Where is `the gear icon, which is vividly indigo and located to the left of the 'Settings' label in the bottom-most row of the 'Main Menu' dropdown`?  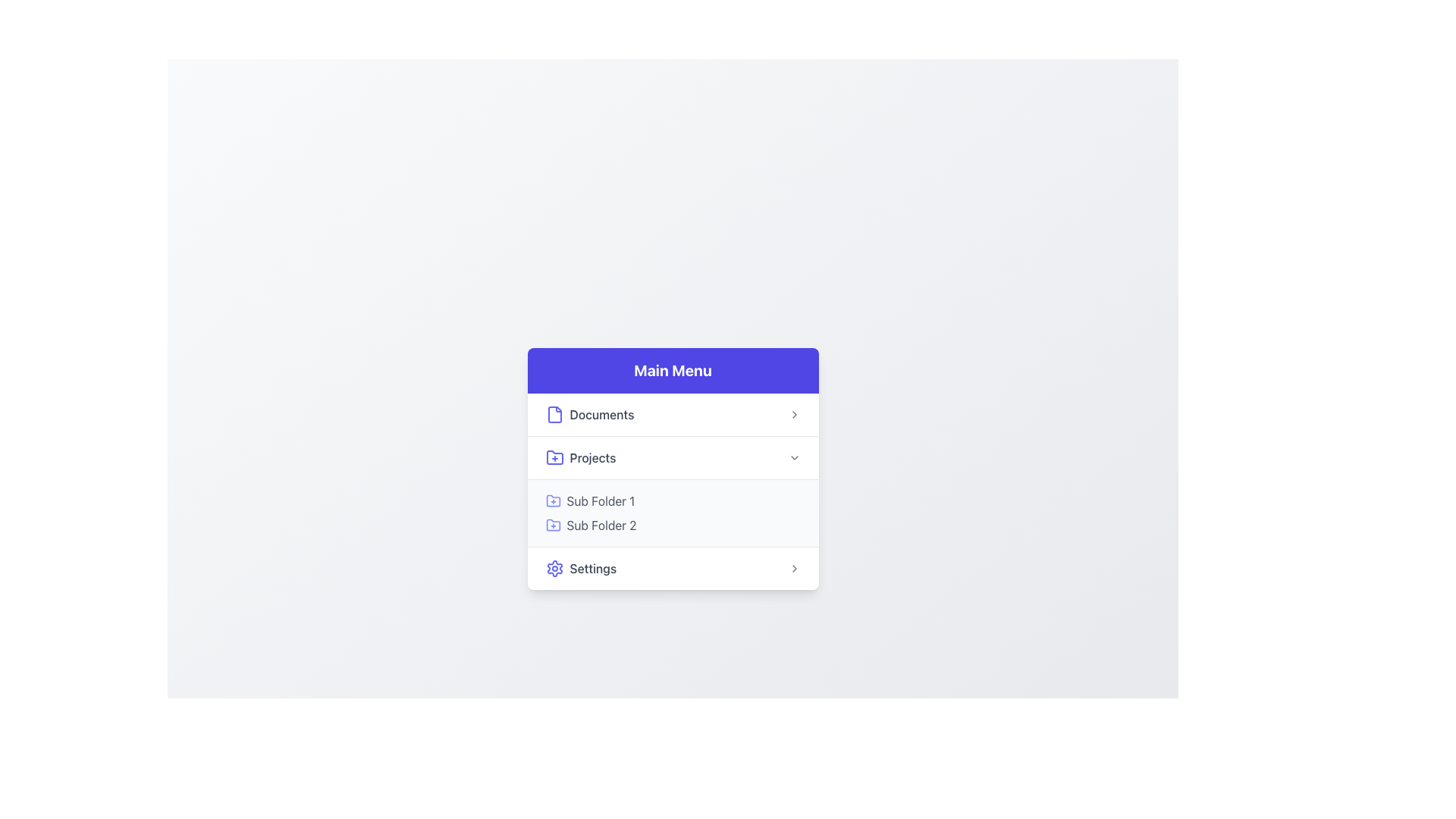 the gear icon, which is vividly indigo and located to the left of the 'Settings' label in the bottom-most row of the 'Main Menu' dropdown is located at coordinates (554, 568).